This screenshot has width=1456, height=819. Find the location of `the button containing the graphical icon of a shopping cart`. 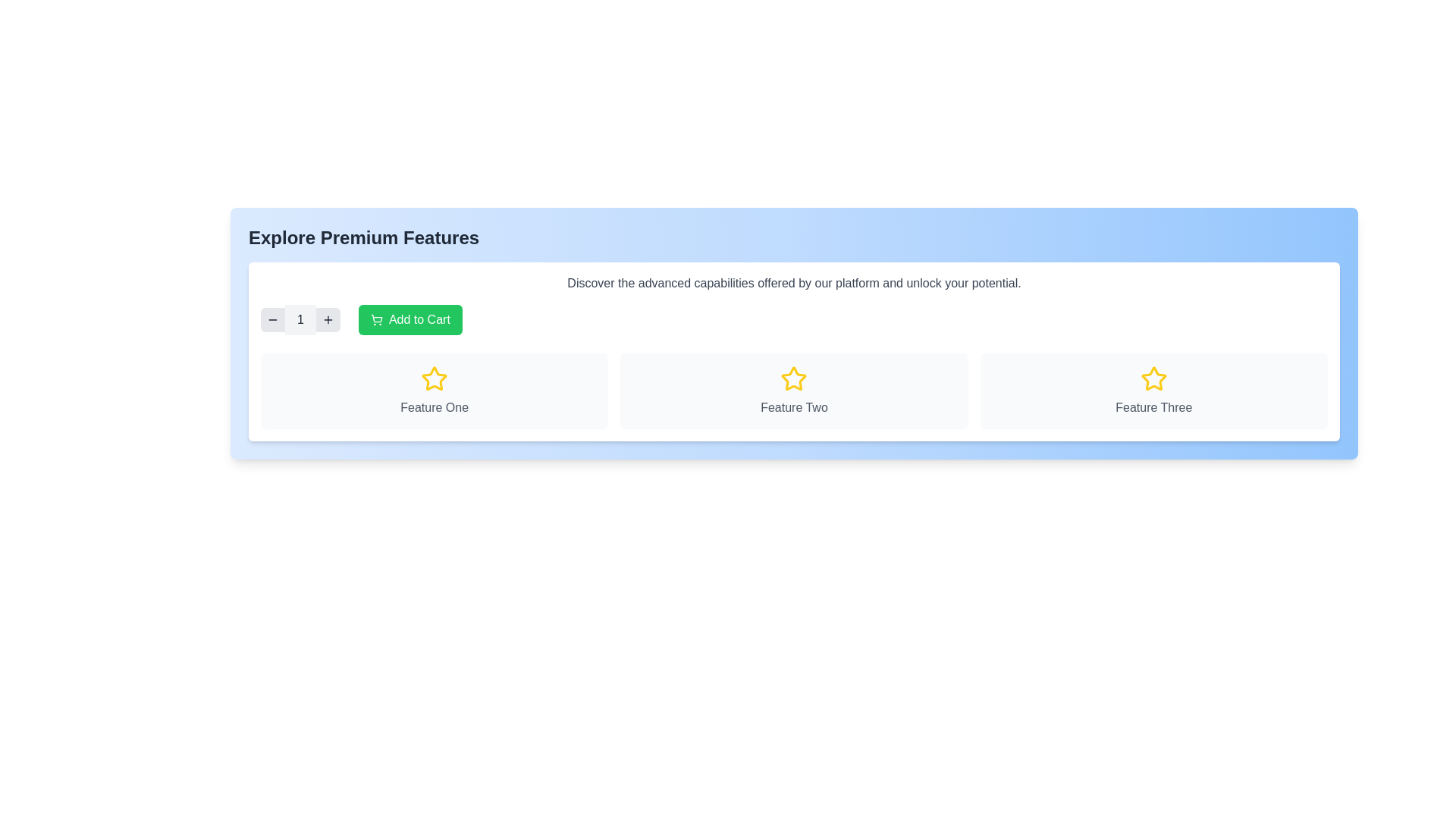

the button containing the graphical icon of a shopping cart is located at coordinates (376, 318).